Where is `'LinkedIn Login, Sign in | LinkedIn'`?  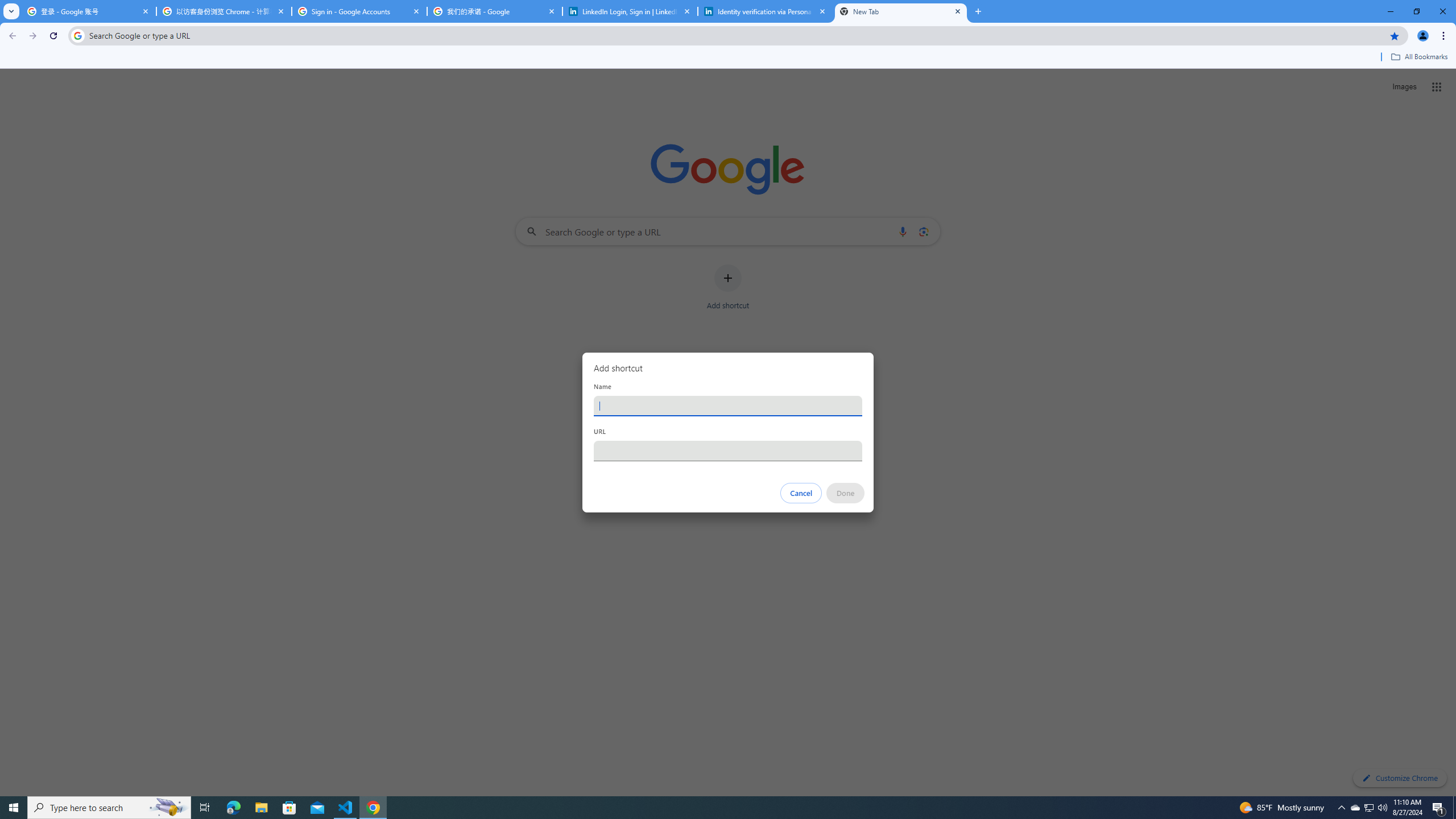
'LinkedIn Login, Sign in | LinkedIn' is located at coordinates (630, 11).